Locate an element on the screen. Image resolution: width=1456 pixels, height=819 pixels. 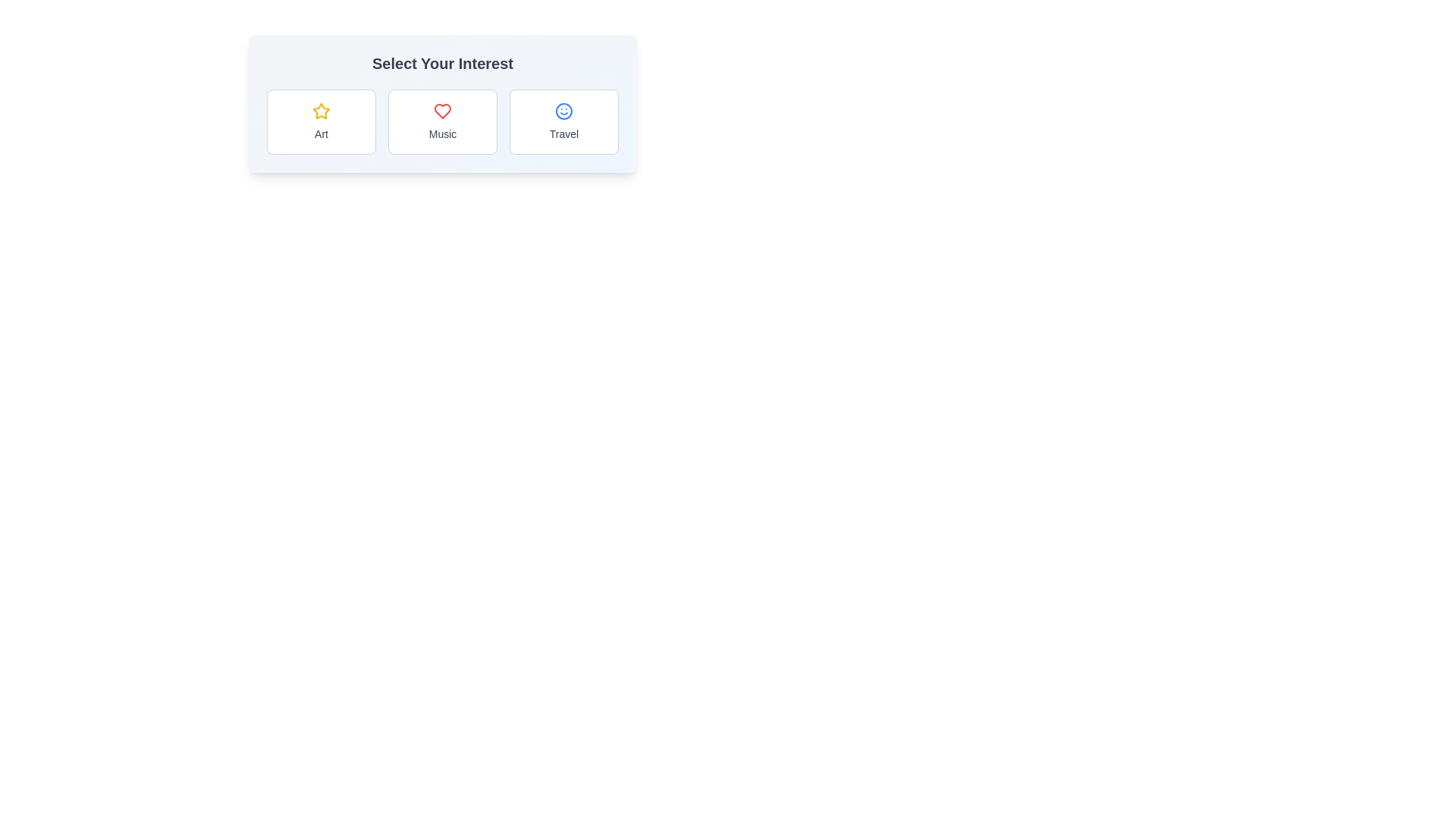
the golden-yellow star icon, which is the first icon in the 'Select Your Interest' section, positioned to the left of a heart and a smiley face icon is located at coordinates (320, 110).